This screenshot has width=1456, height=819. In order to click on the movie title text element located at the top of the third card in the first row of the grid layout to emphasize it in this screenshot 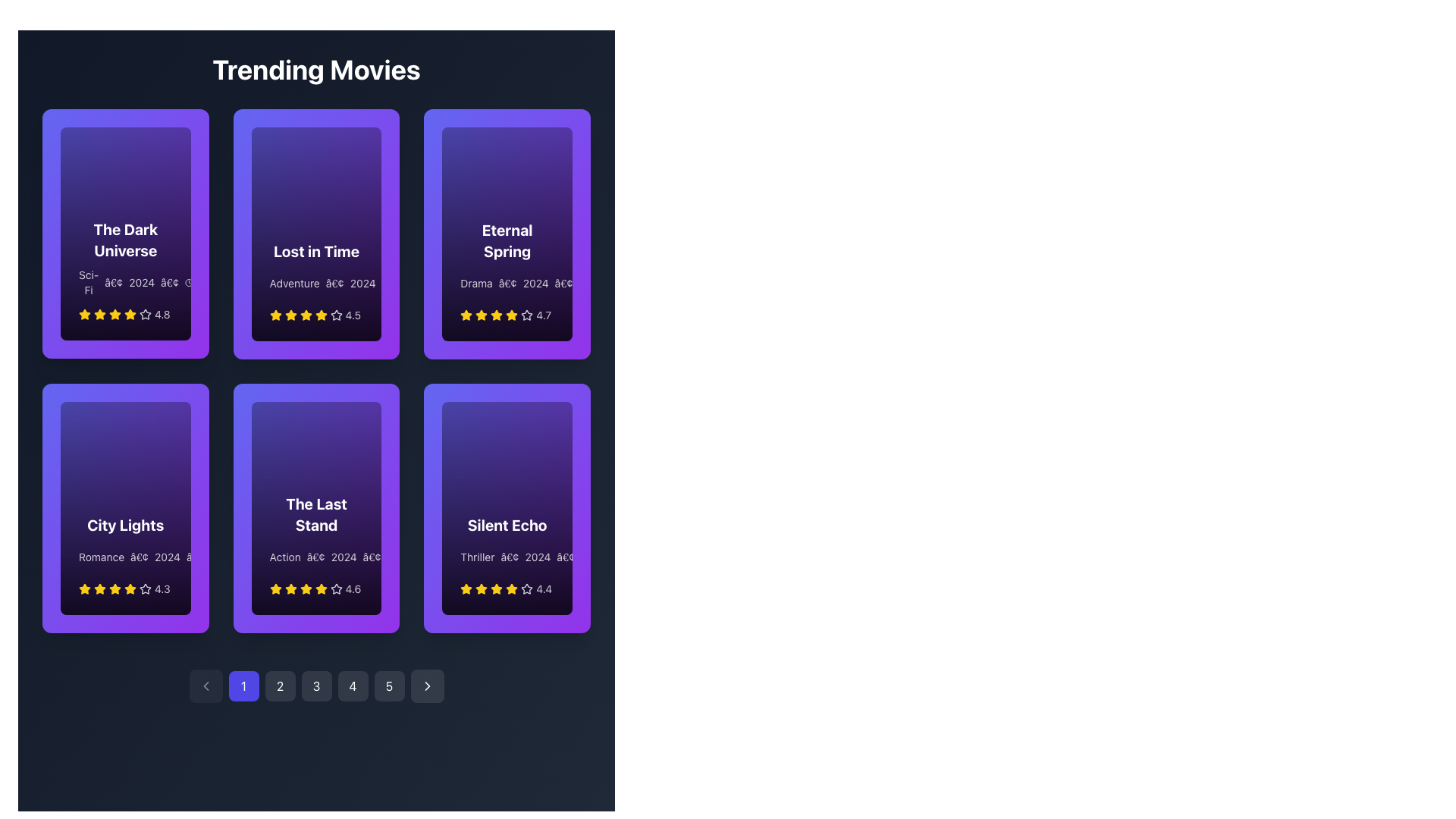, I will do `click(507, 240)`.